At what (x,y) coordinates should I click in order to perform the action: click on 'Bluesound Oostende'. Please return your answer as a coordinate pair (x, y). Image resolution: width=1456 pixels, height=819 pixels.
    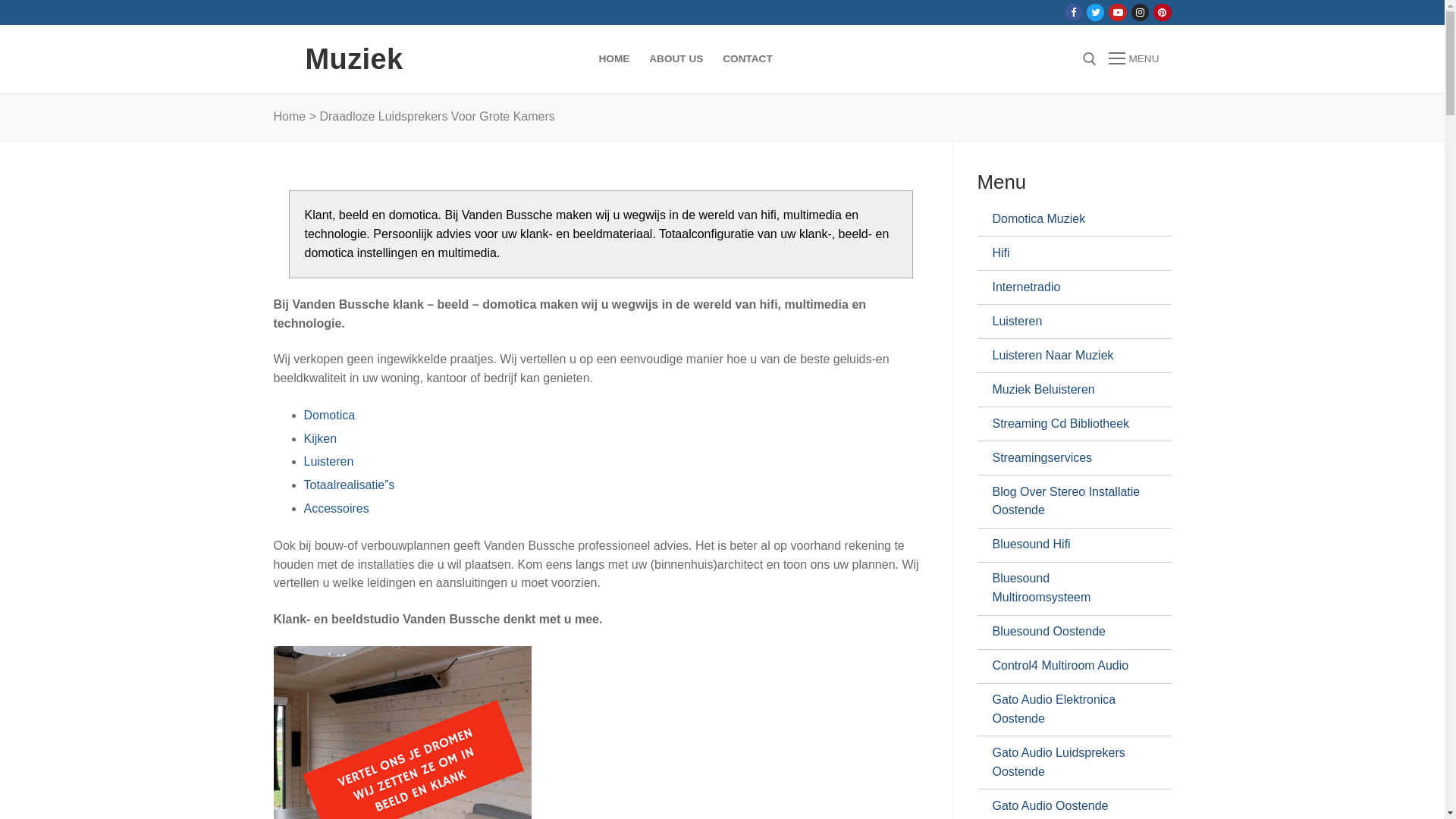
    Looking at the image, I should click on (992, 632).